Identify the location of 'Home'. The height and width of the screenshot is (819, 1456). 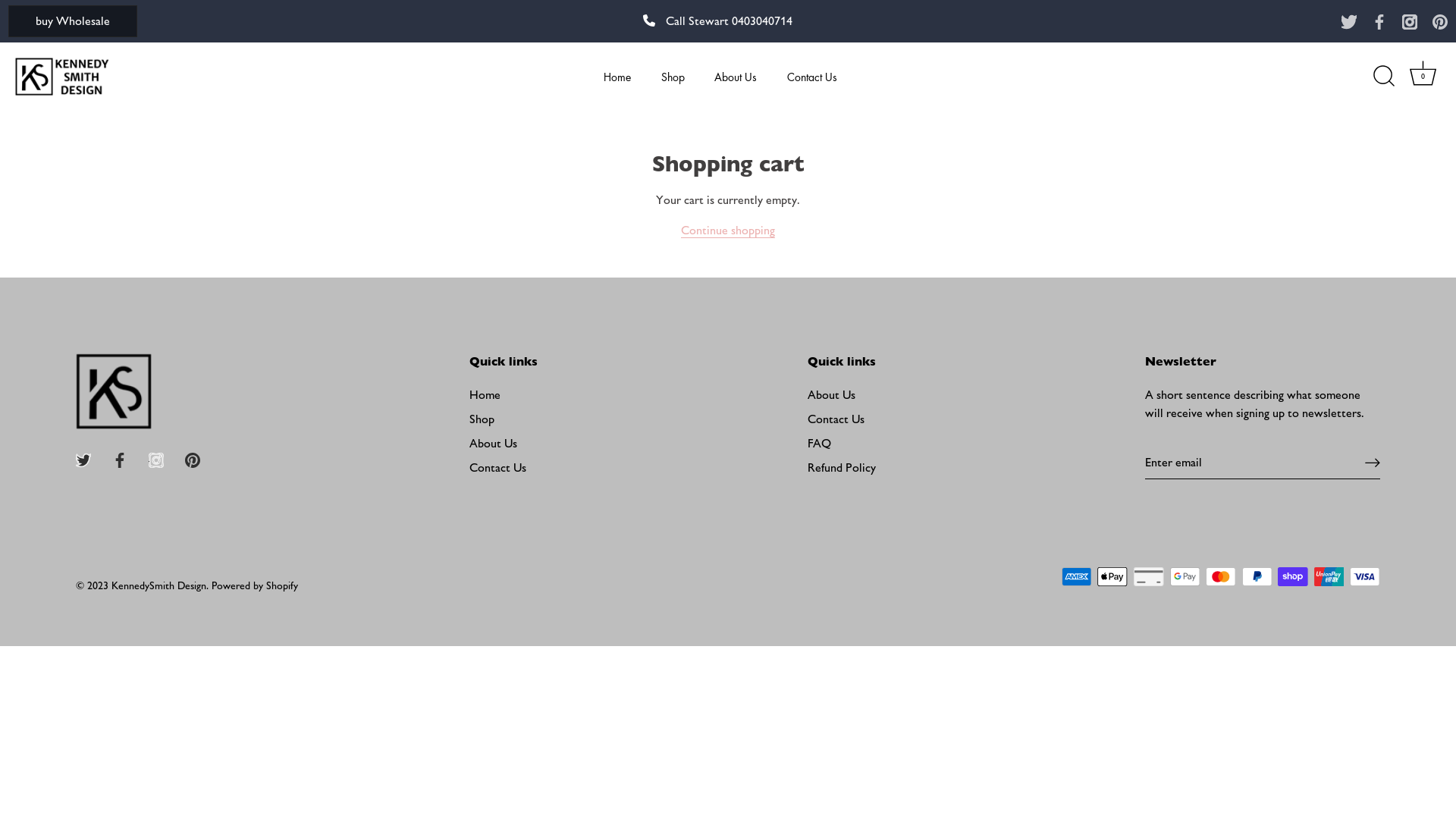
(617, 76).